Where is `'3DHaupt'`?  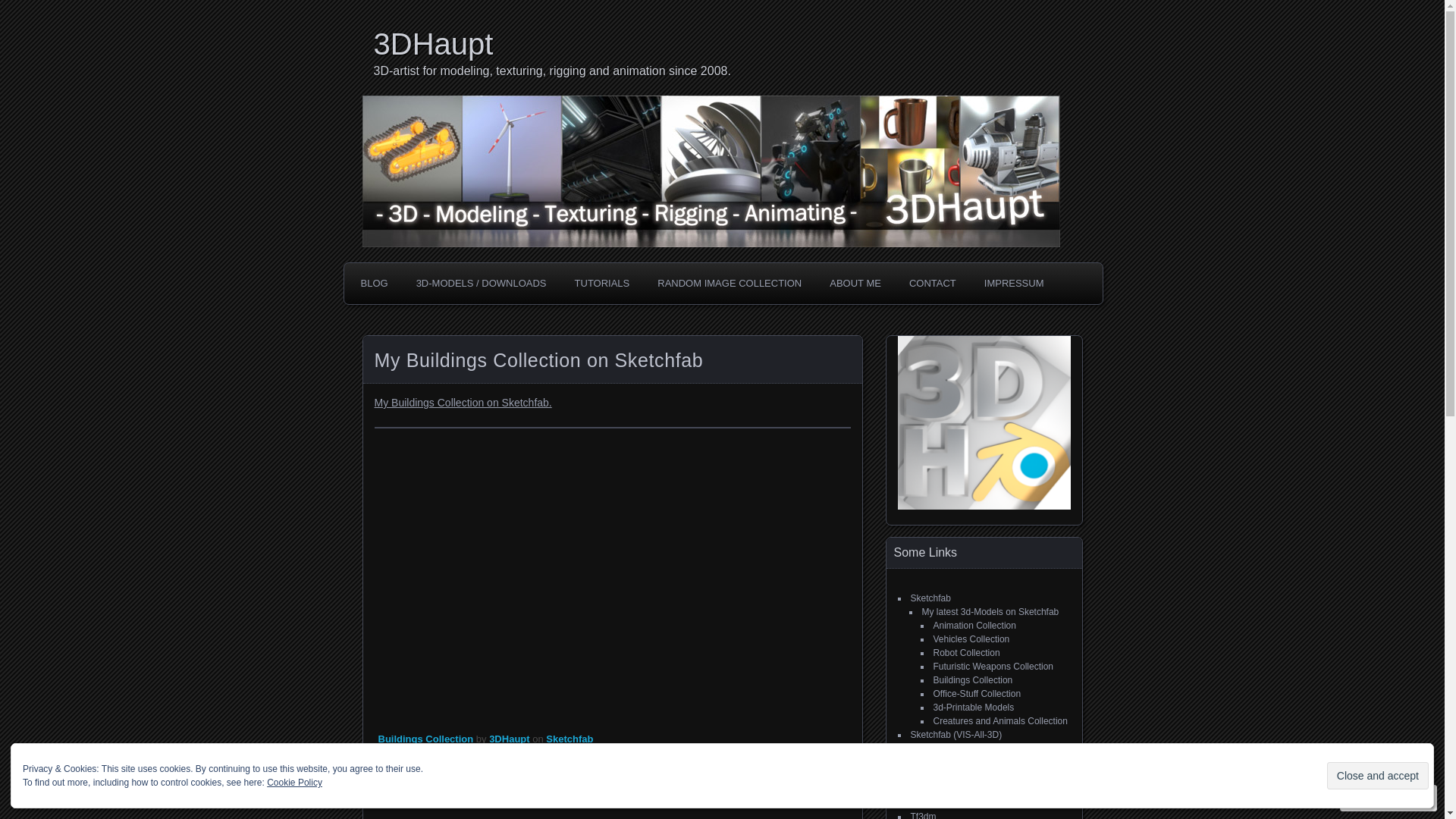
'3DHaupt' is located at coordinates (726, 43).